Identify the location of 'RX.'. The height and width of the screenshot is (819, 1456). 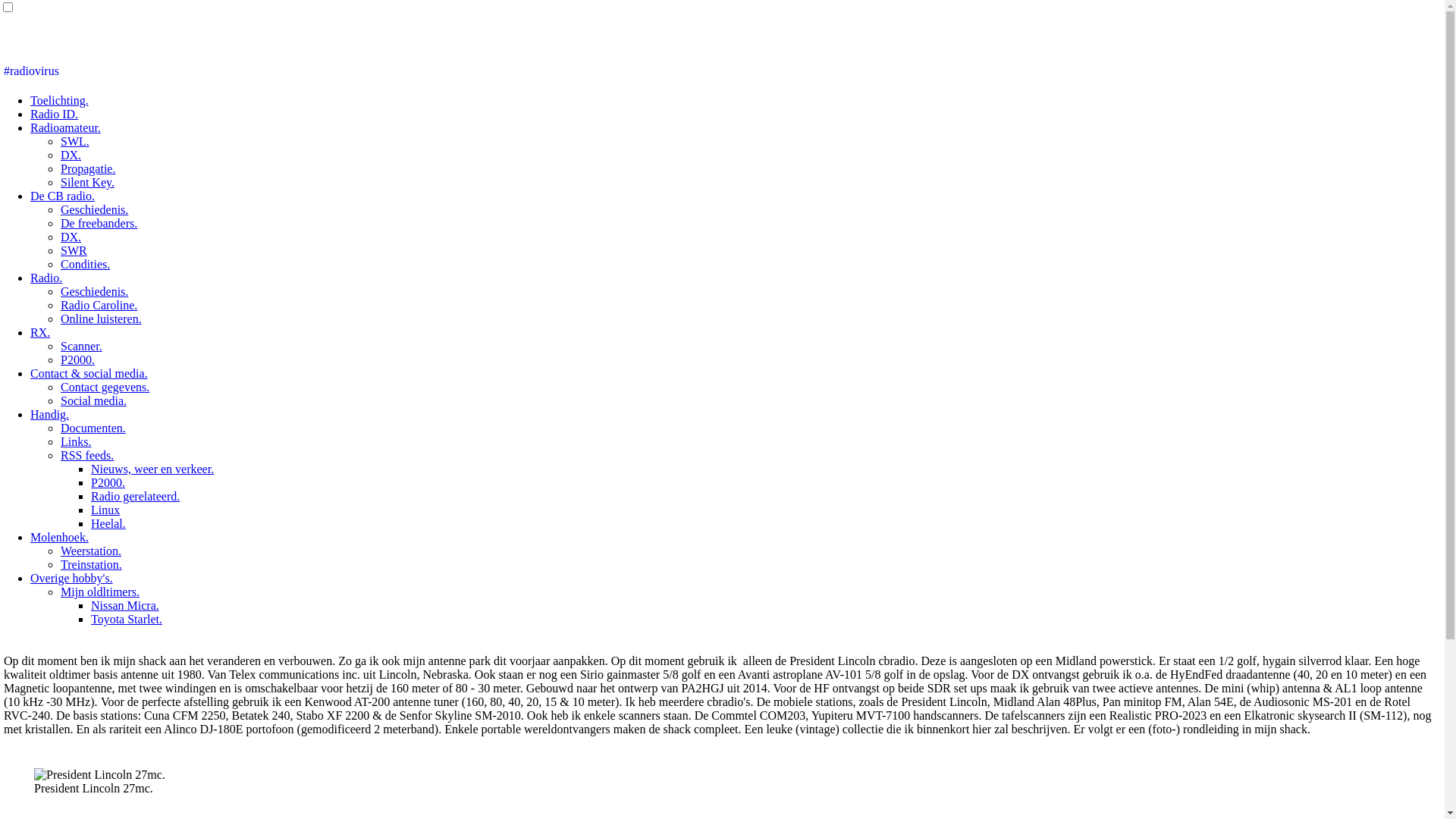
(39, 331).